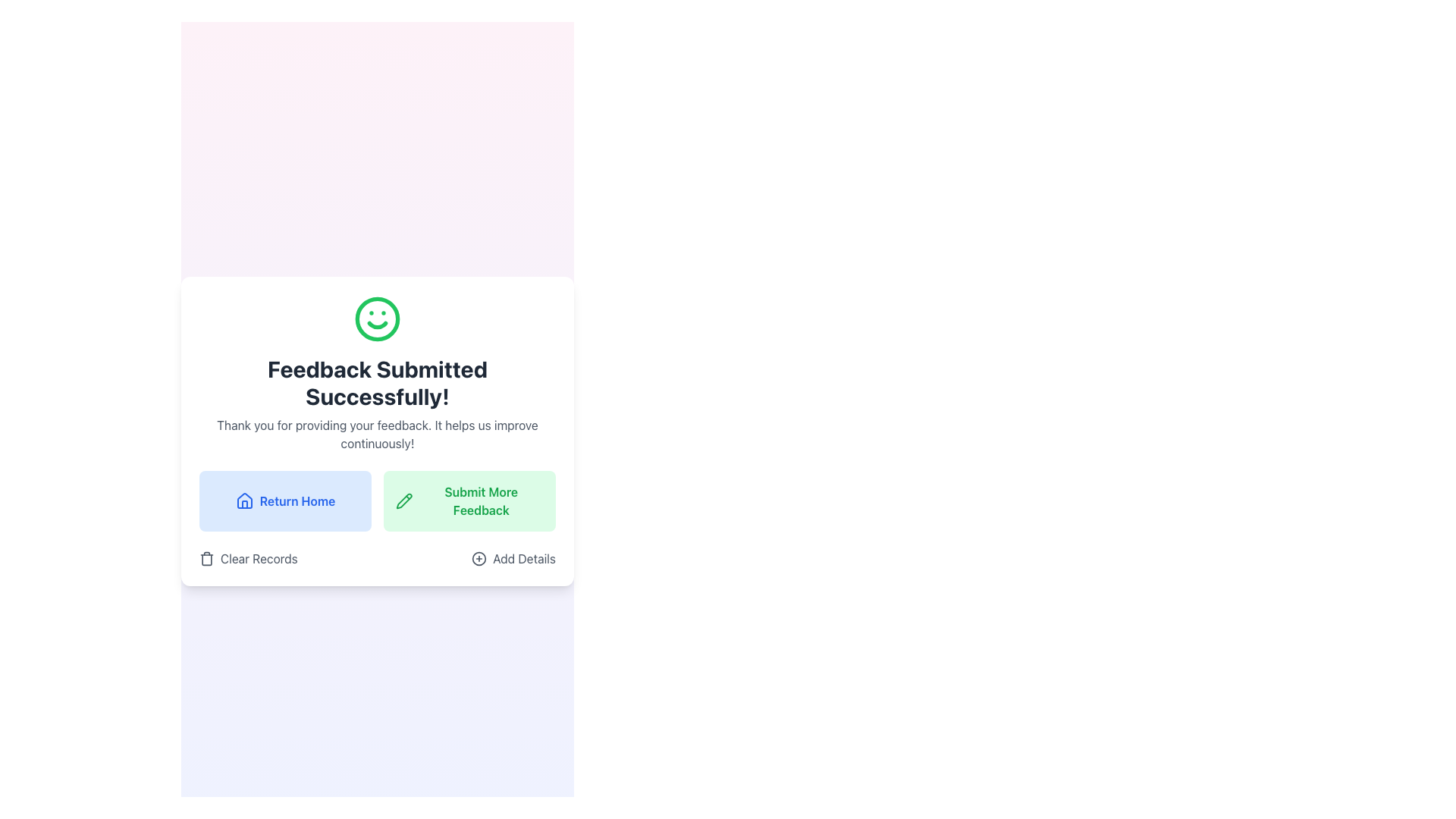 The width and height of the screenshot is (1456, 819). What do you see at coordinates (479, 558) in the screenshot?
I see `the outer circular boundary of the 'circle plus' icon located at the bottom right corner of the success message panel, which is associated with the 'Add Details' label` at bounding box center [479, 558].